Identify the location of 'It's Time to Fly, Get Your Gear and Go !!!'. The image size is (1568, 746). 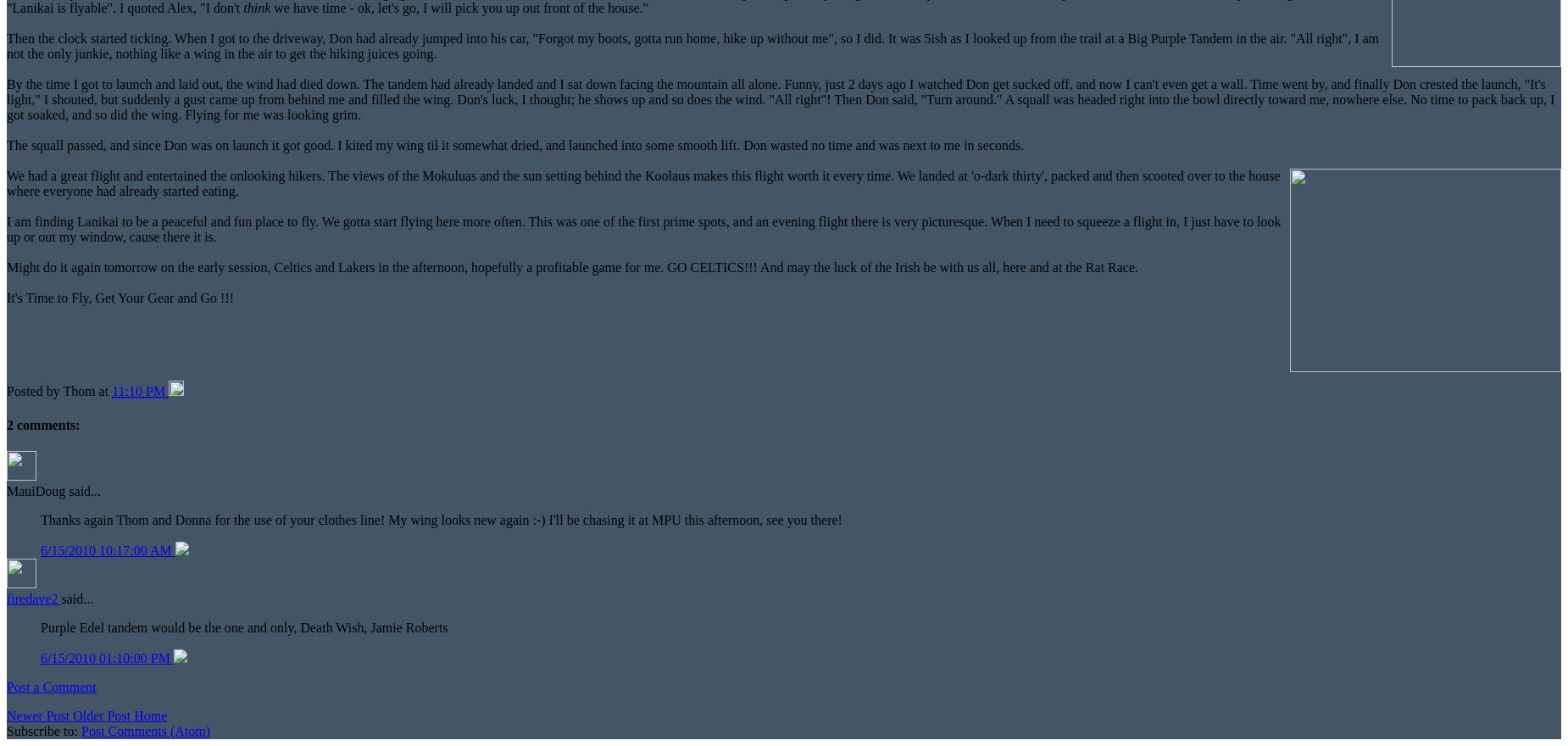
(5, 298).